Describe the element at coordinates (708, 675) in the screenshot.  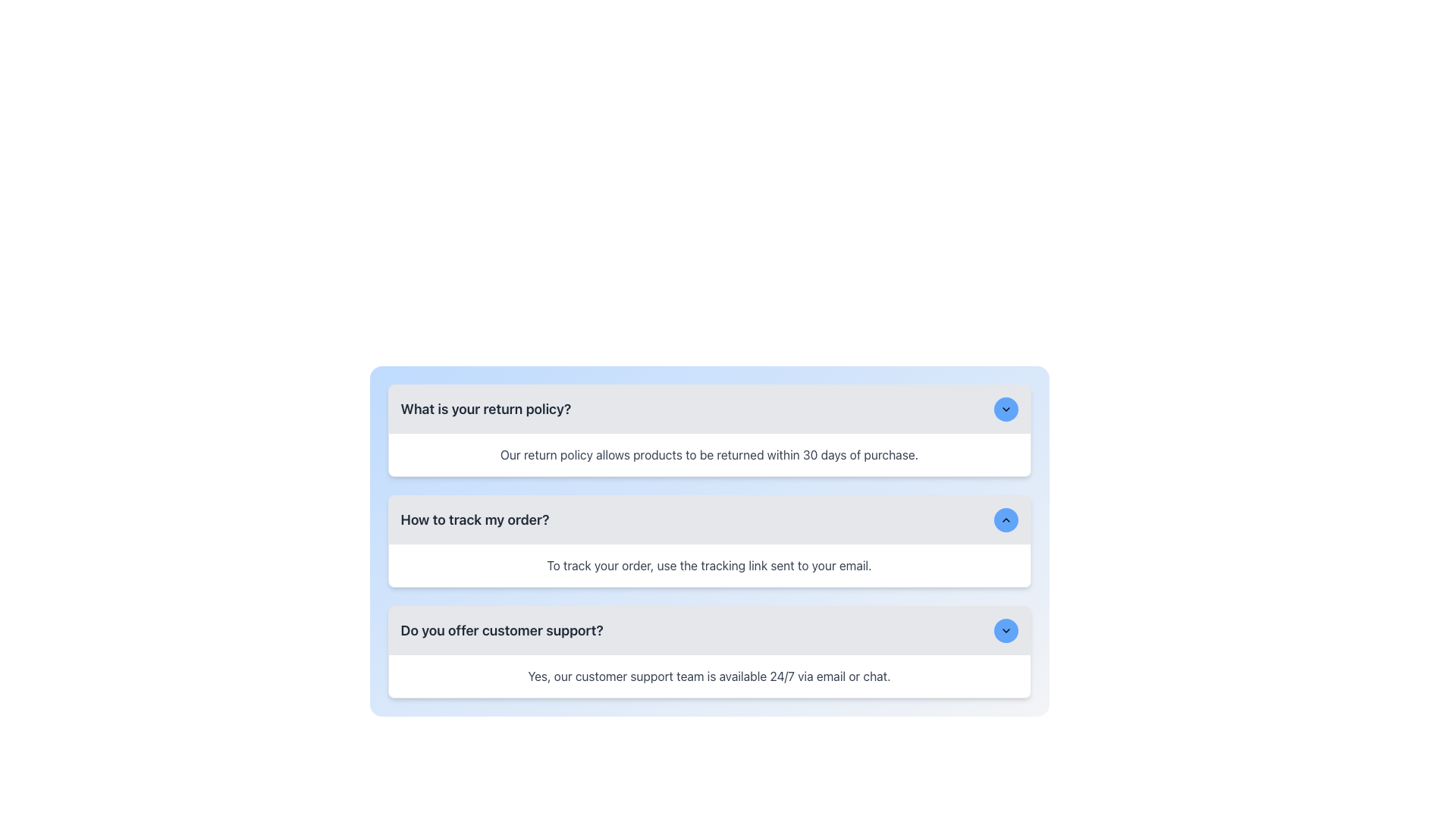
I see `the Text block located at the bottom of the third section in the FAQ interface, which provides the answer to the question regarding customer support availability and channels` at that location.